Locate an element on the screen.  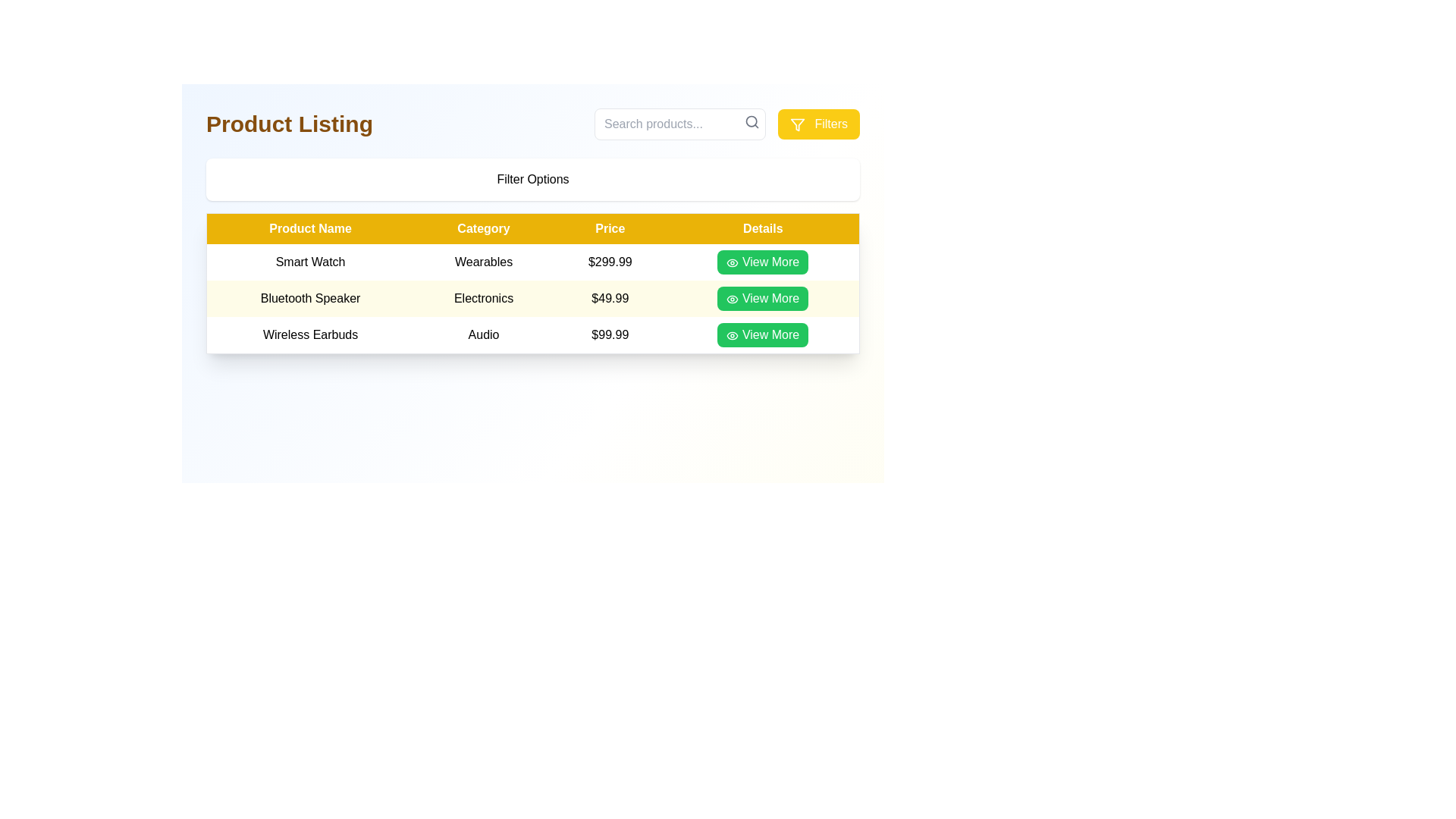
the green 'View More' button with rounded corners and an eye icon in the 'Details' column of the first product row labeled 'Smart Watch' is located at coordinates (763, 262).